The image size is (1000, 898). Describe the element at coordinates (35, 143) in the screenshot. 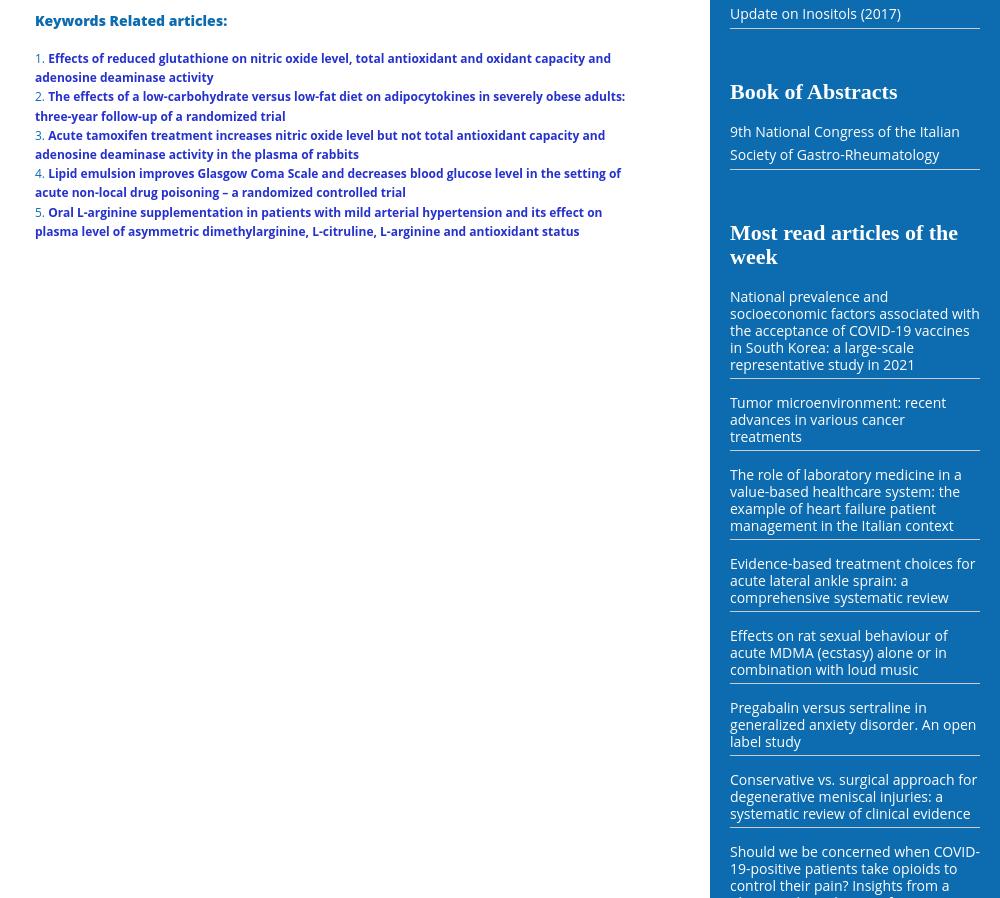

I see `'Acute tamoxifen treatment increases nitric oxide level but not total antioxidant capacity and adenosine deaminase activity in the plasma of rabbits'` at that location.